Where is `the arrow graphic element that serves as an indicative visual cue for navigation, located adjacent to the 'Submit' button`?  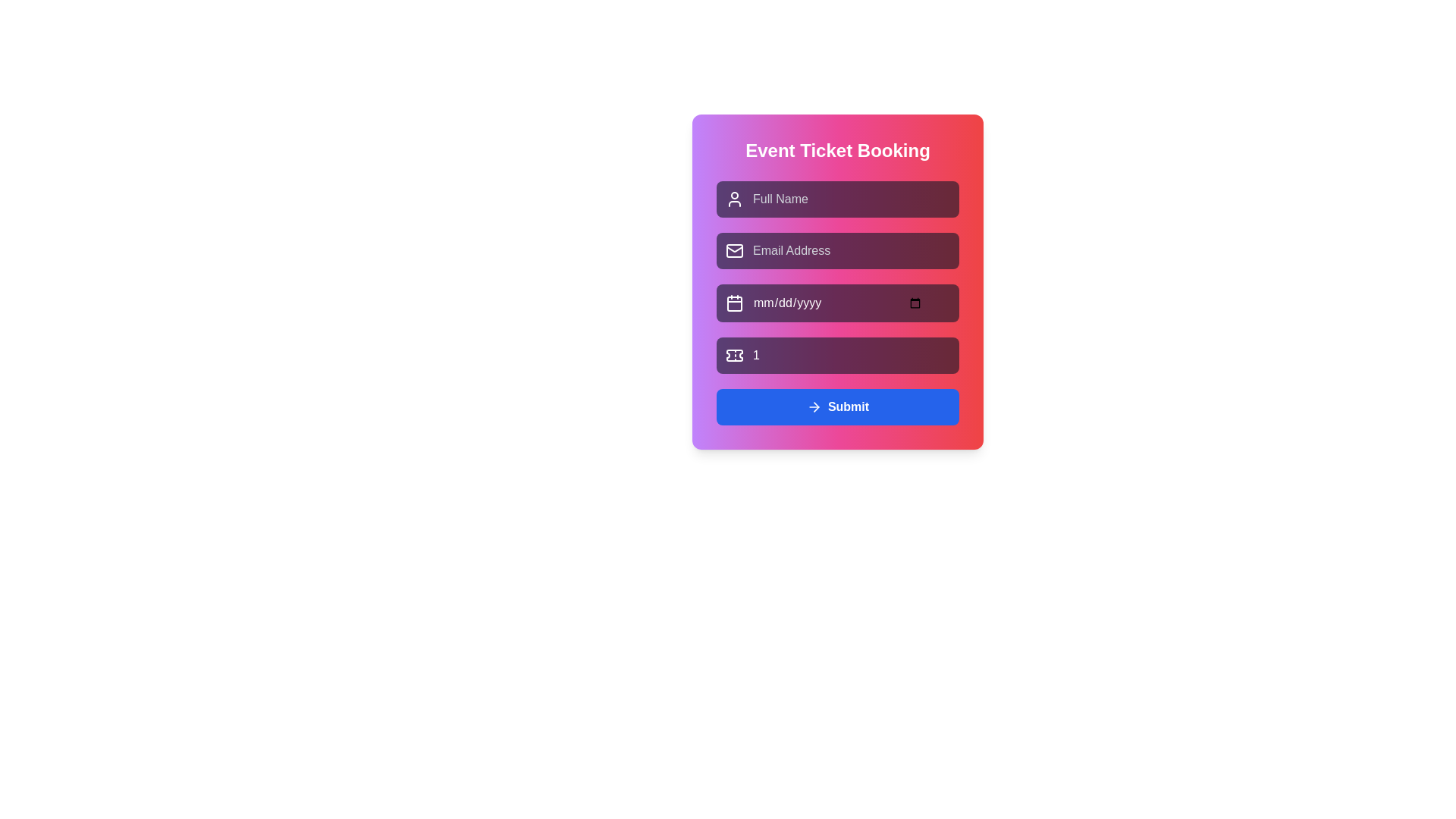
the arrow graphic element that serves as an indicative visual cue for navigation, located adjacent to the 'Submit' button is located at coordinates (815, 406).